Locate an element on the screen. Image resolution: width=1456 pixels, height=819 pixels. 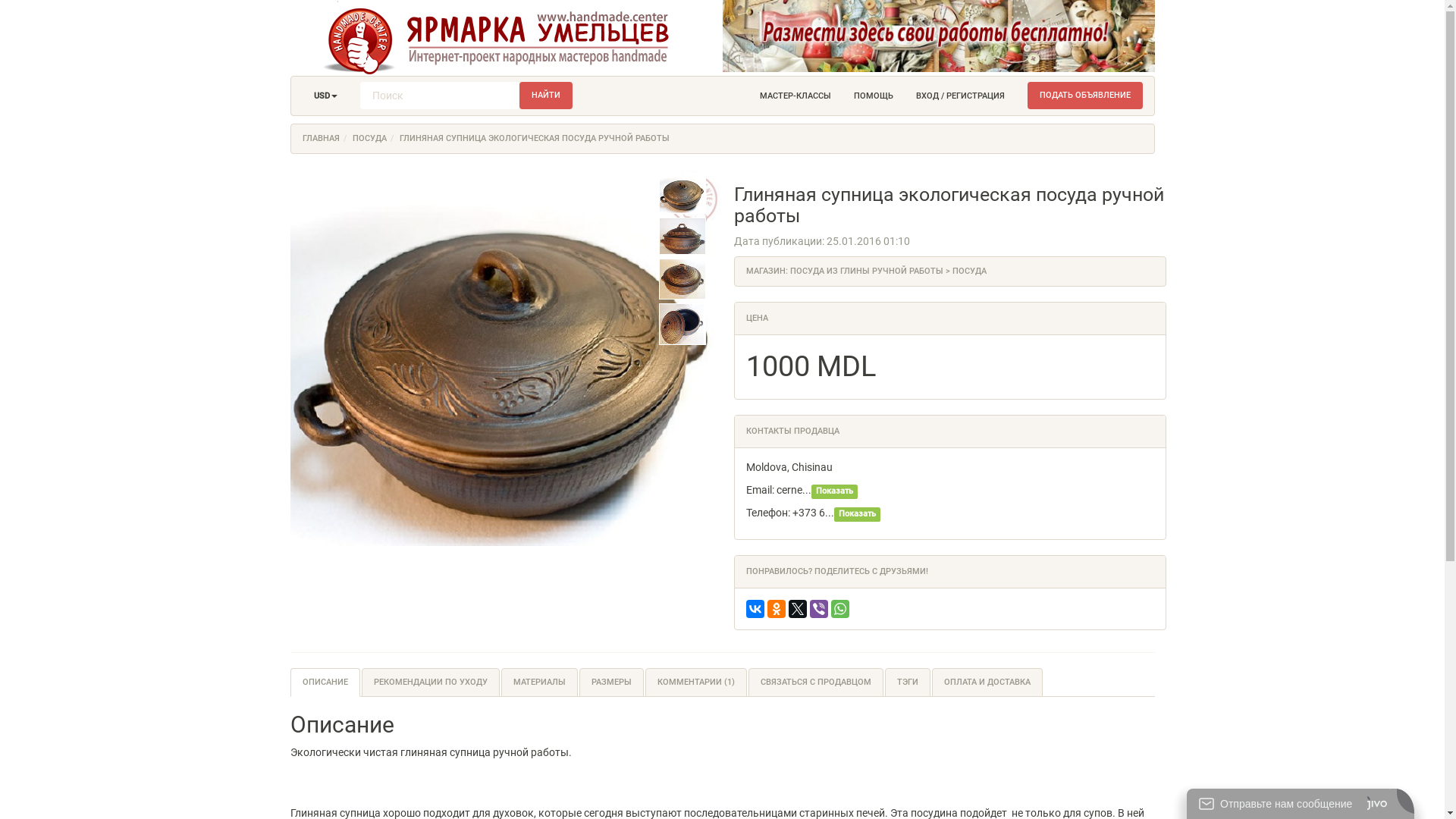
'WhatsApp' is located at coordinates (839, 607).